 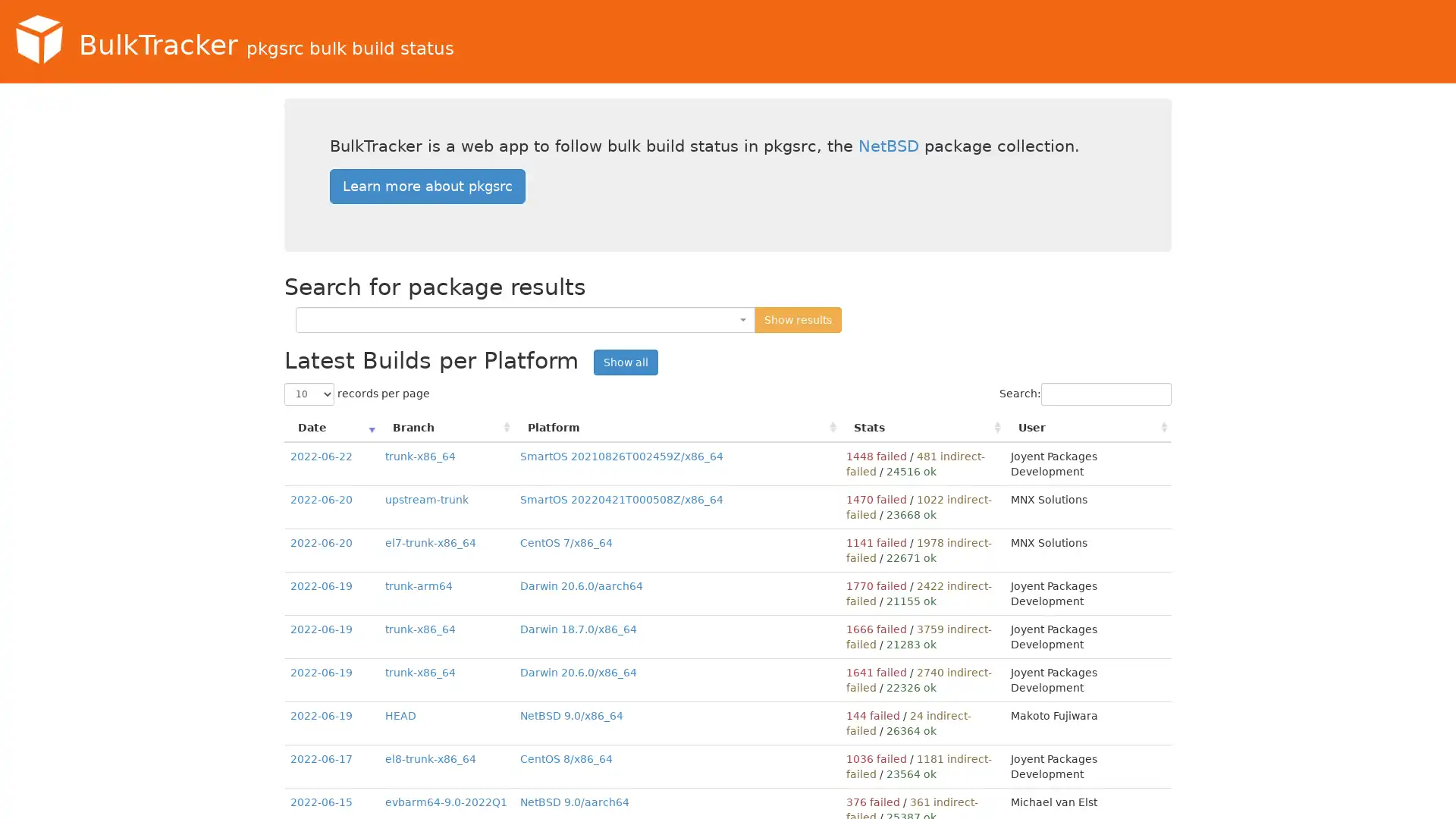 I want to click on Show results, so click(x=797, y=318).